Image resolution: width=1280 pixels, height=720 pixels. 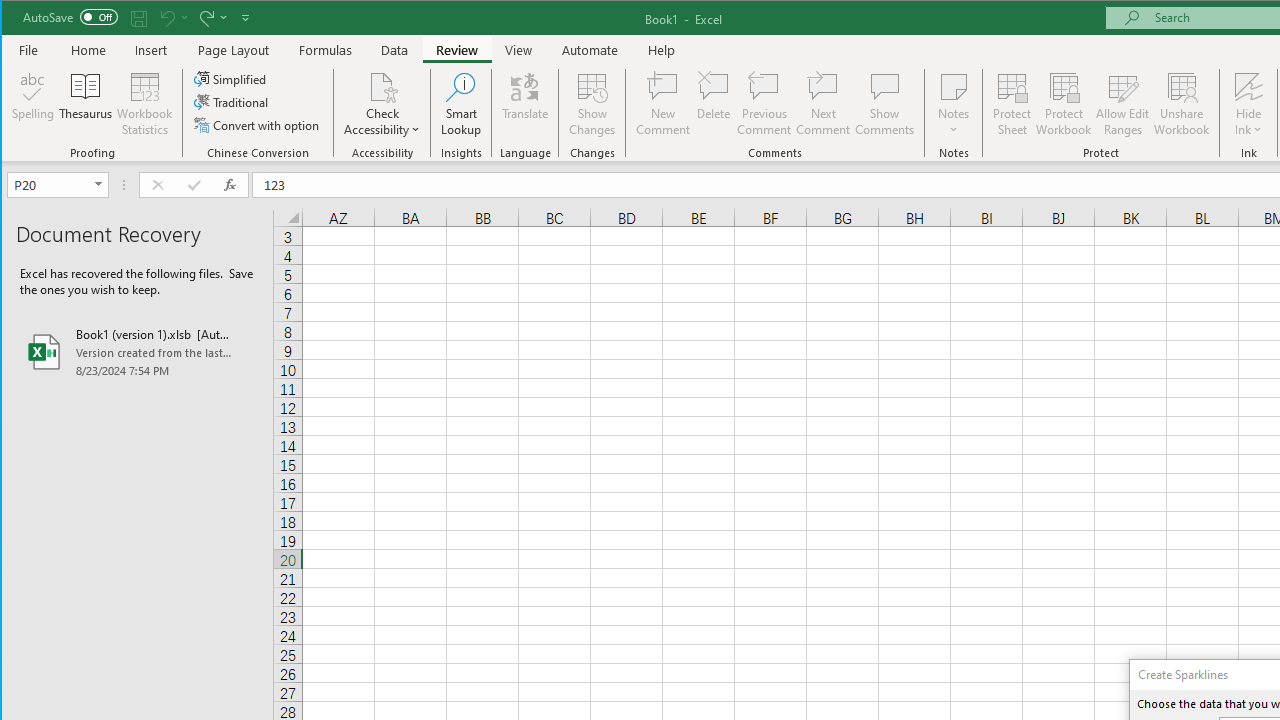 I want to click on 'New Comment', so click(x=663, y=104).